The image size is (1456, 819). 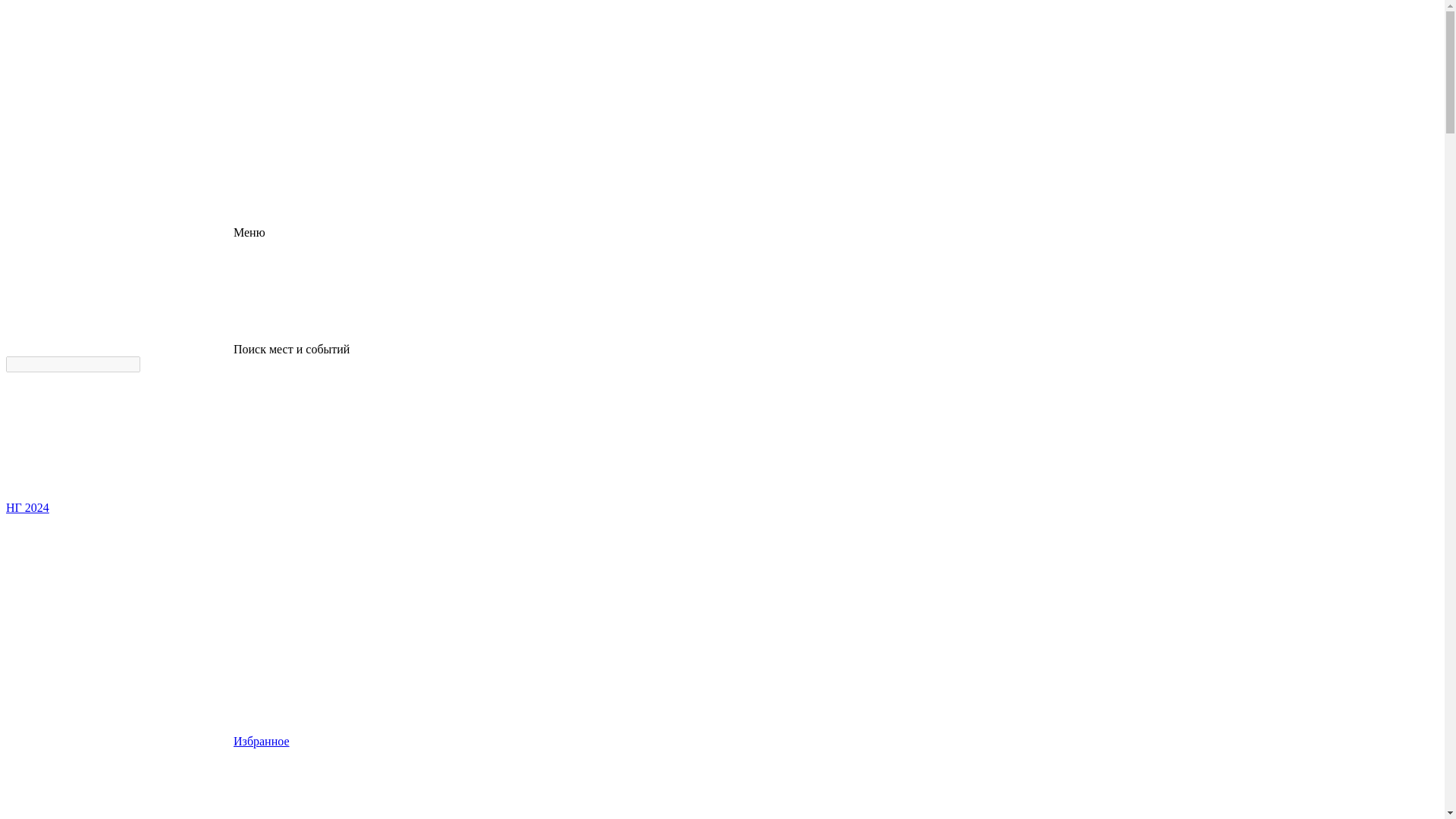 What do you see at coordinates (119, 62) in the screenshot?
I see `'logo'` at bounding box center [119, 62].